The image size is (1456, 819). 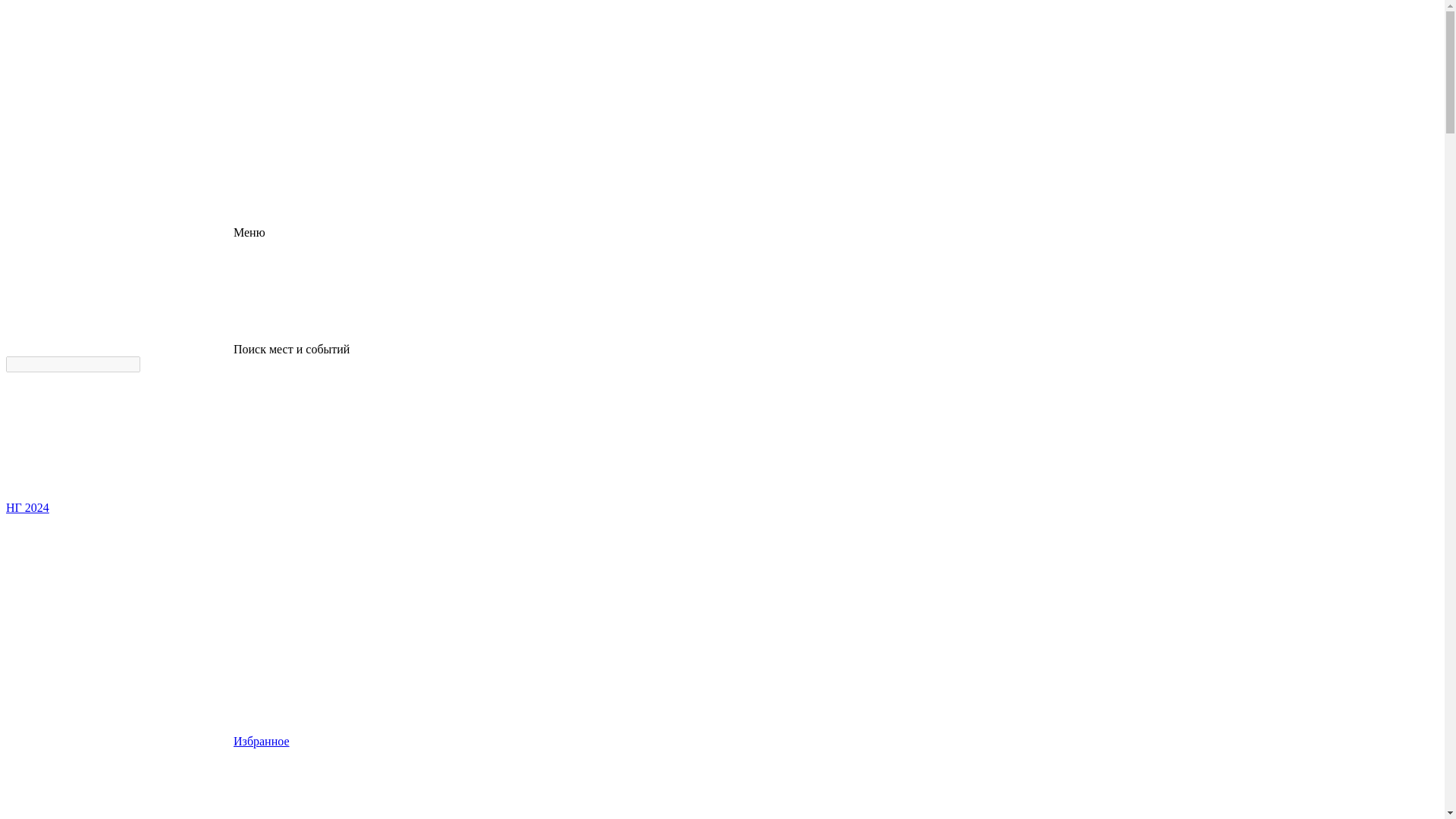 What do you see at coordinates (119, 62) in the screenshot?
I see `'logo'` at bounding box center [119, 62].